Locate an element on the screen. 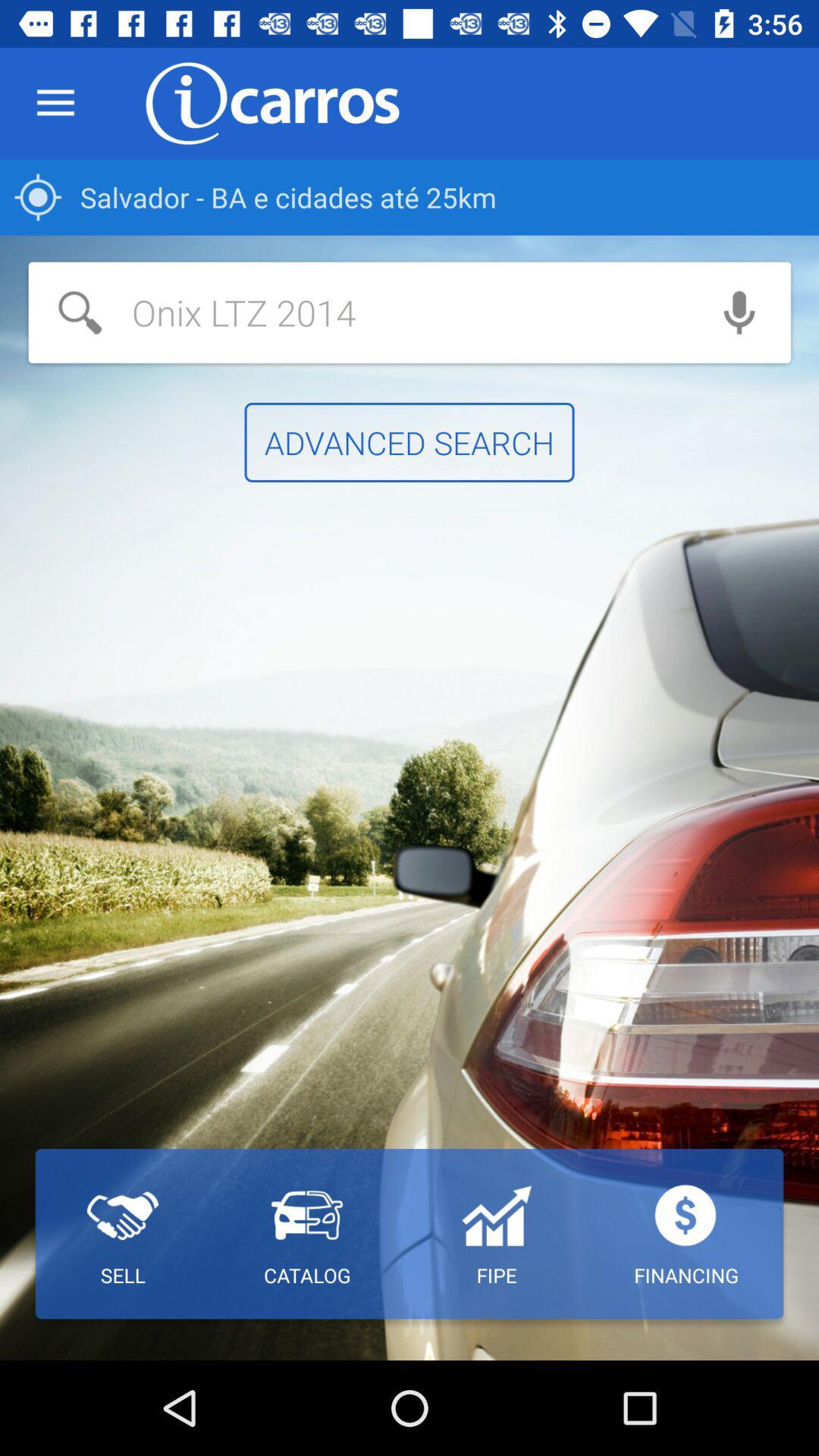  the item next to catalog icon is located at coordinates (496, 1234).